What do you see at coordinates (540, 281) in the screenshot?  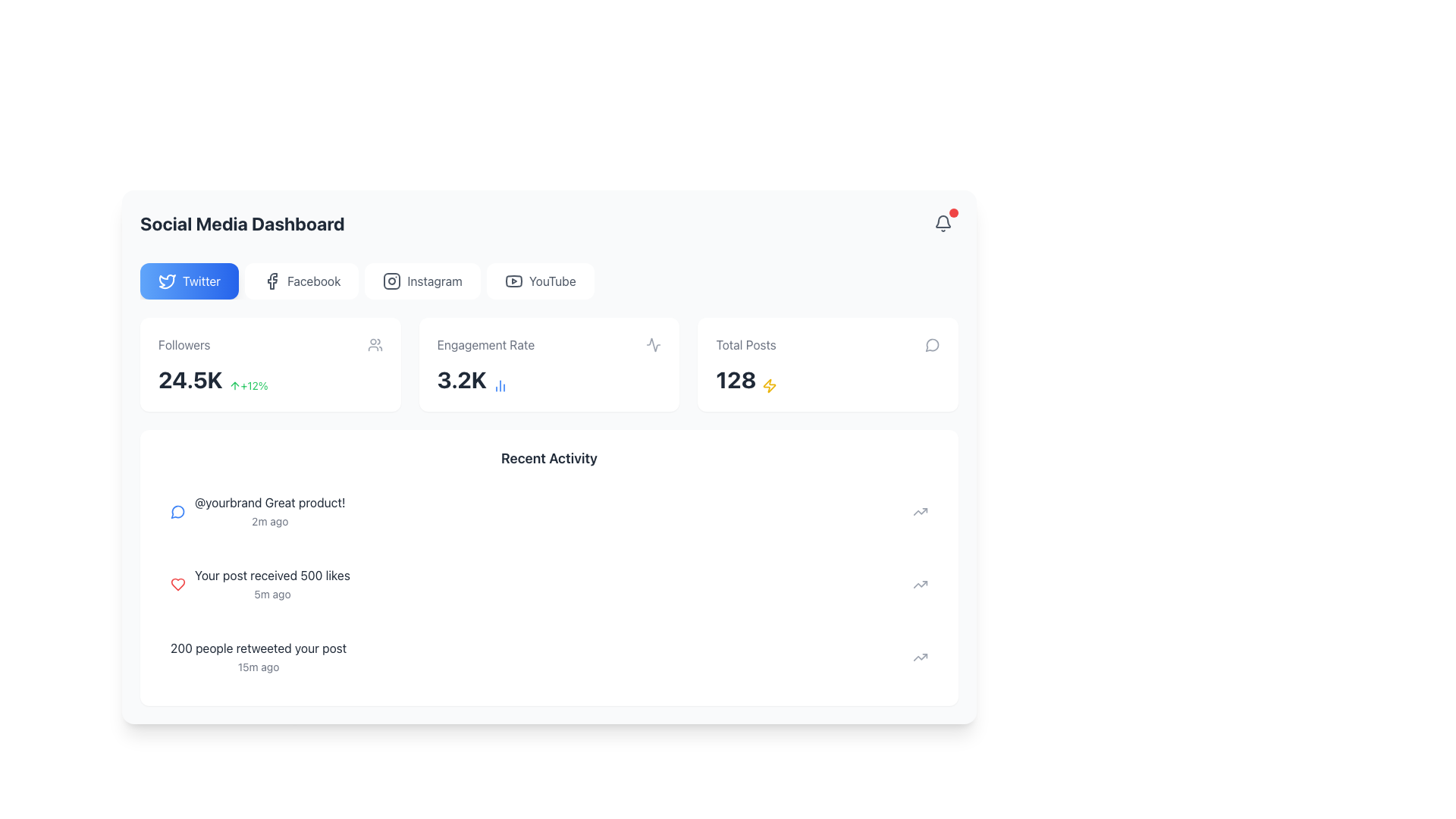 I see `the fourth button in the horizontal row of social media buttons, located to the right of the Instagram button` at bounding box center [540, 281].